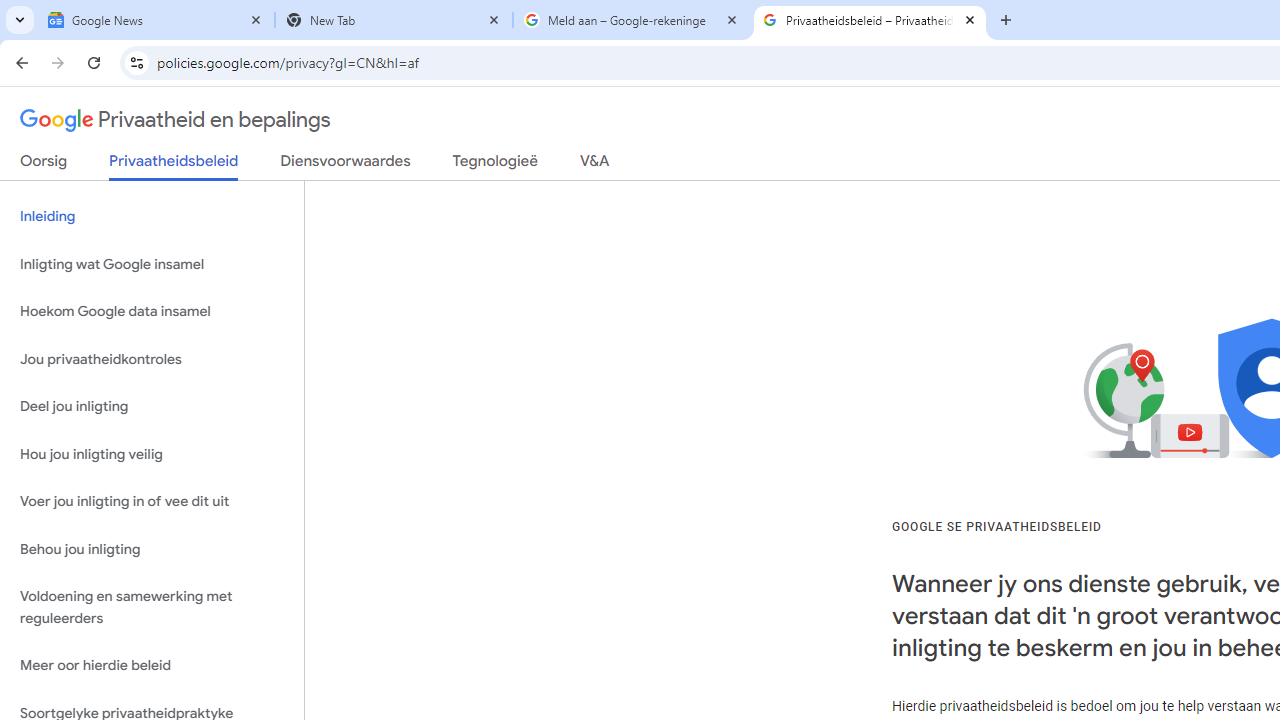 The image size is (1280, 720). What do you see at coordinates (151, 358) in the screenshot?
I see `'Jou privaatheidkontroles'` at bounding box center [151, 358].